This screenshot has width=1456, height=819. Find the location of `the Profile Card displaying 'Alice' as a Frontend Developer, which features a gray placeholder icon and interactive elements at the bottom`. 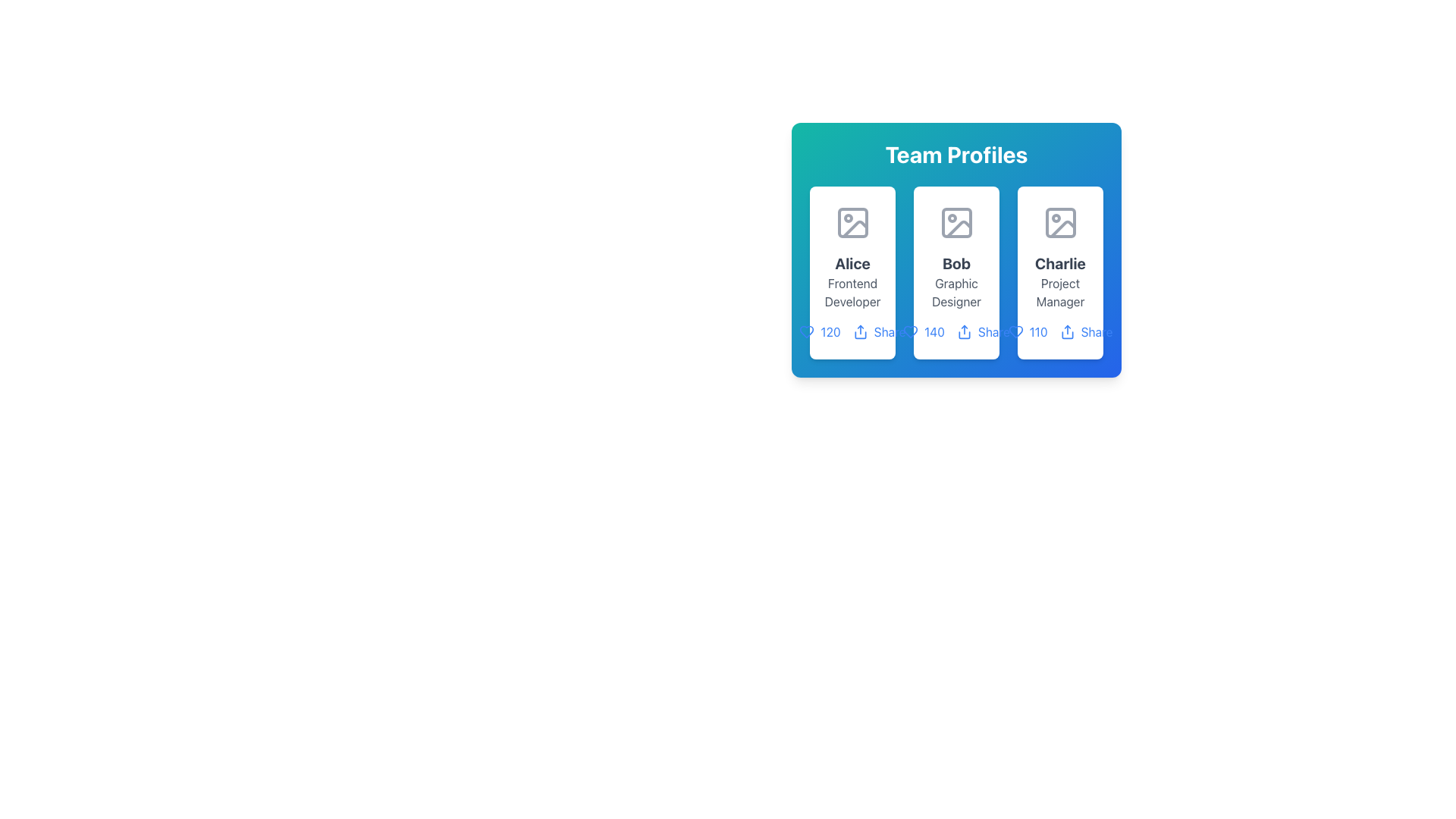

the Profile Card displaying 'Alice' as a Frontend Developer, which features a gray placeholder icon and interactive elements at the bottom is located at coordinates (852, 271).